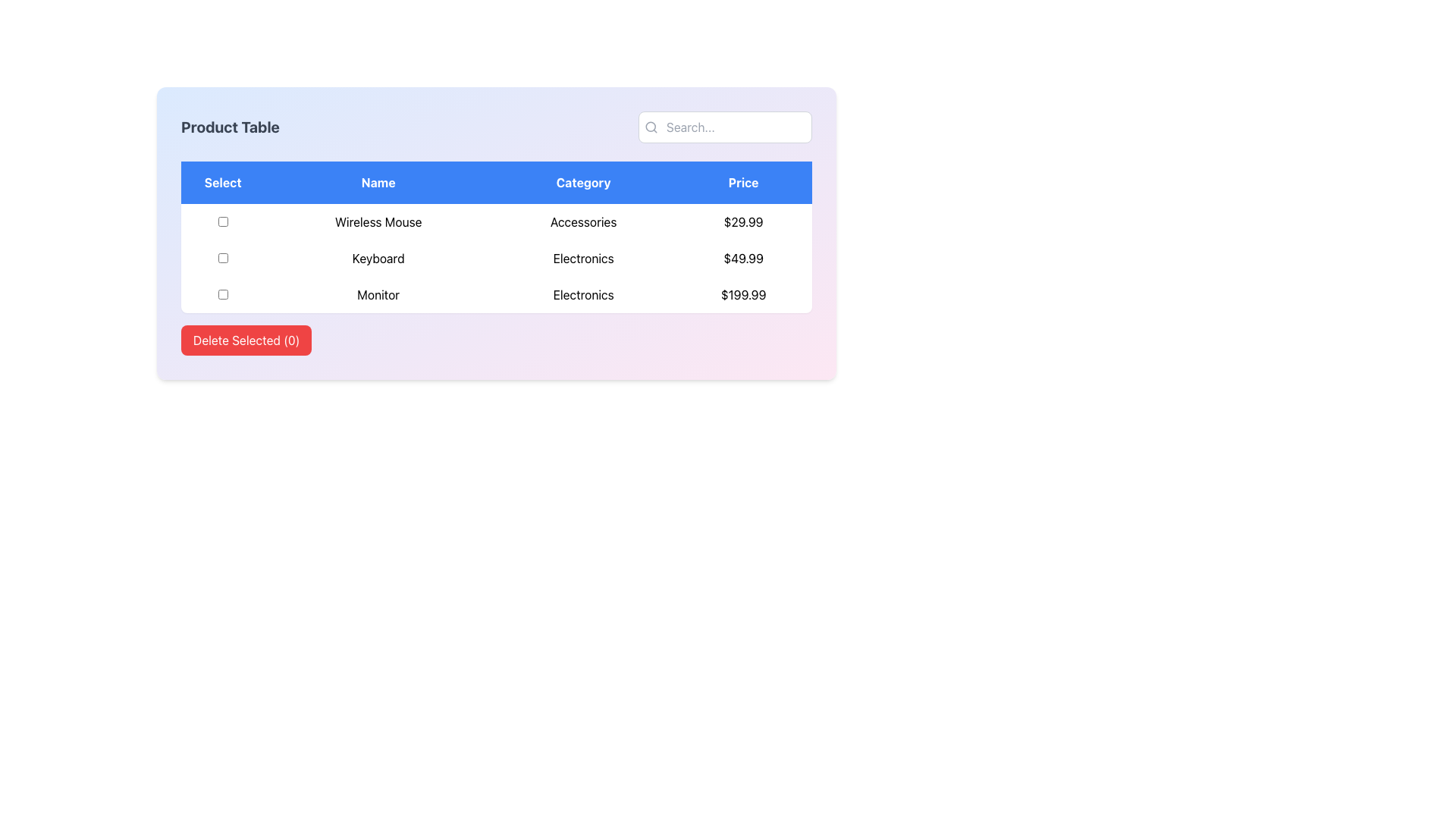 The width and height of the screenshot is (1456, 819). What do you see at coordinates (378, 181) in the screenshot?
I see `the table header labeled 'Name', which is styled with a blue background and white text, positioned in the top row of the table and is the second column in a group of four headers` at bounding box center [378, 181].